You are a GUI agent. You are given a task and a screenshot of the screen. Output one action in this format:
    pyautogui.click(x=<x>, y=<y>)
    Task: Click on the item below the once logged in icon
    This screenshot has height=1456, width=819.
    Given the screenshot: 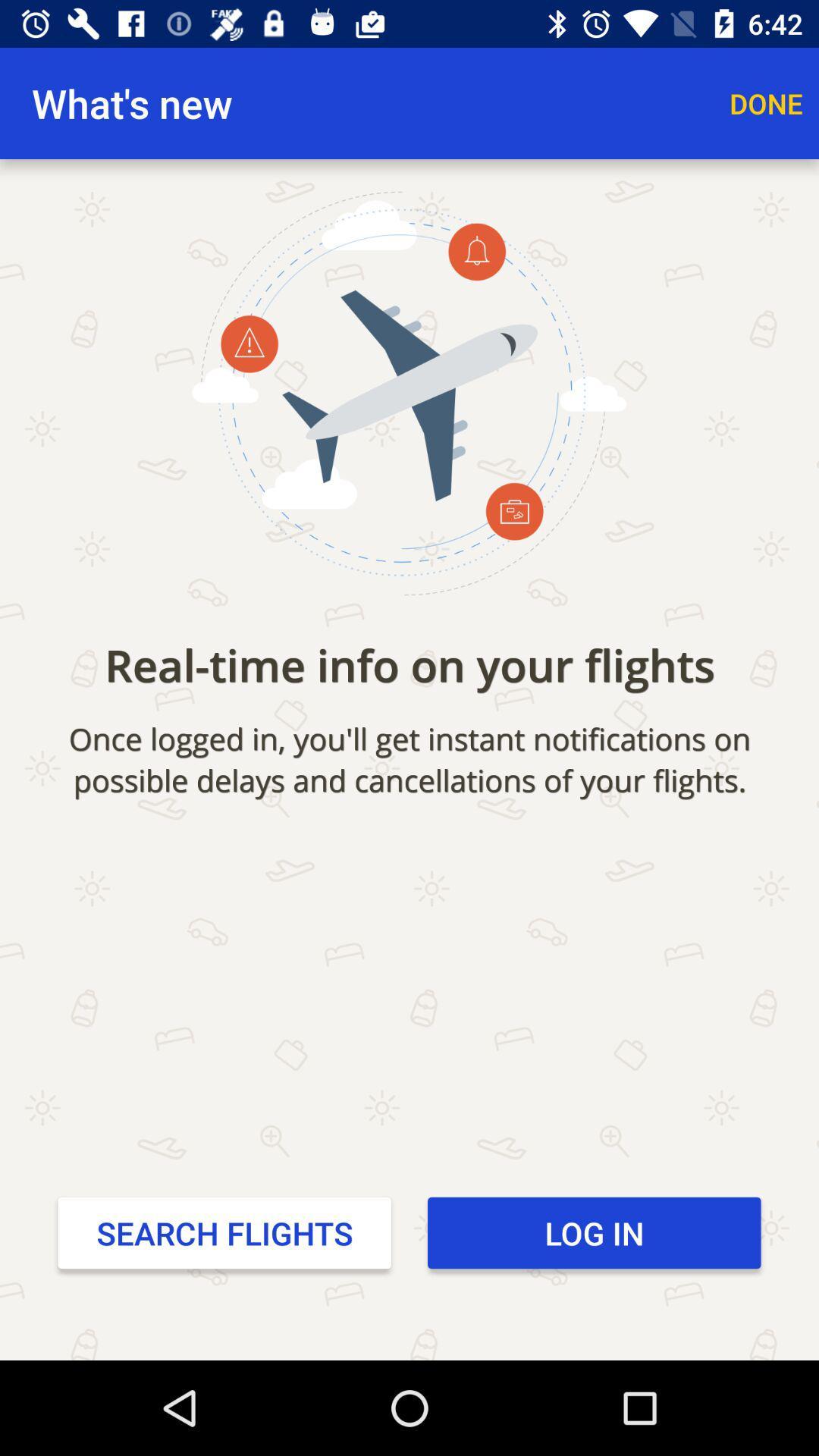 What is the action you would take?
    pyautogui.click(x=593, y=1233)
    